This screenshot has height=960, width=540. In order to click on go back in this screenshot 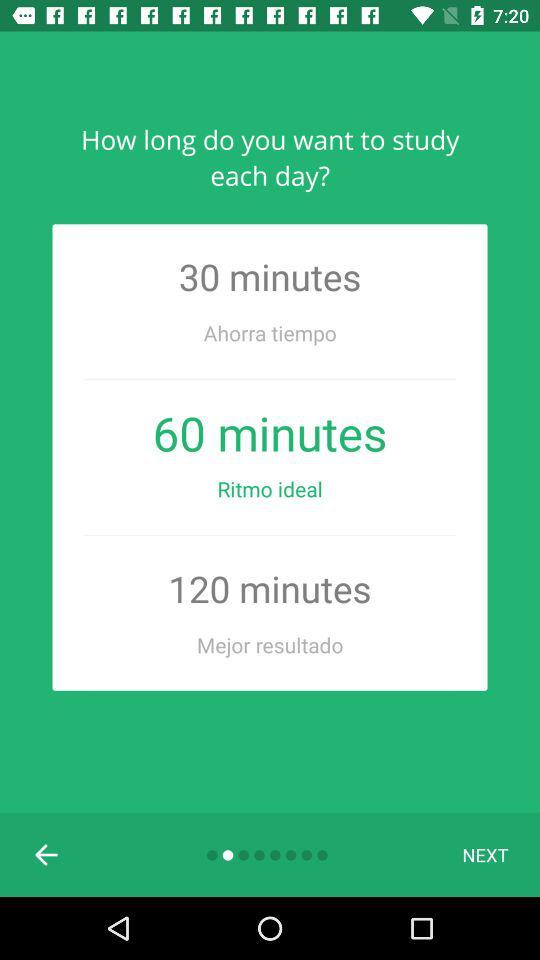, I will do `click(47, 853)`.